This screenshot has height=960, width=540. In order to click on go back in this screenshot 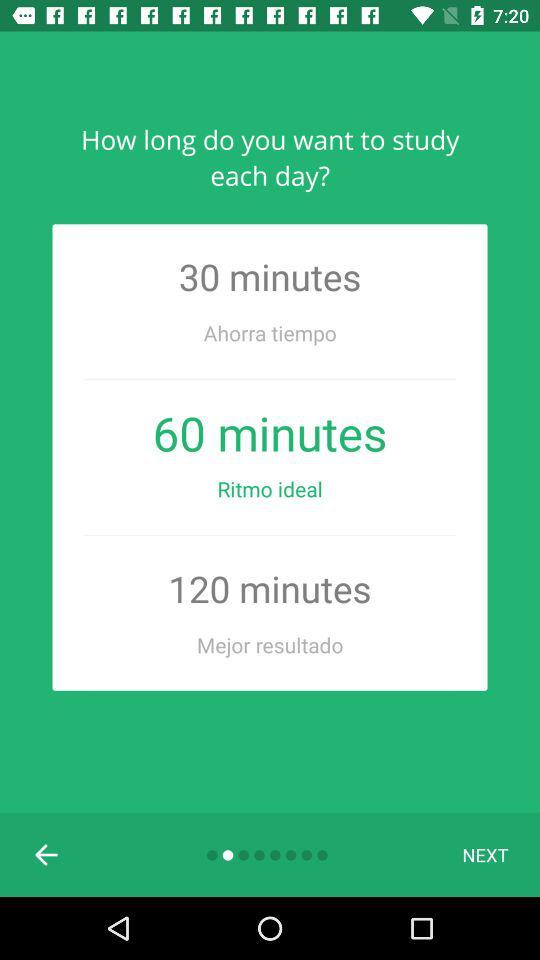, I will do `click(47, 853)`.